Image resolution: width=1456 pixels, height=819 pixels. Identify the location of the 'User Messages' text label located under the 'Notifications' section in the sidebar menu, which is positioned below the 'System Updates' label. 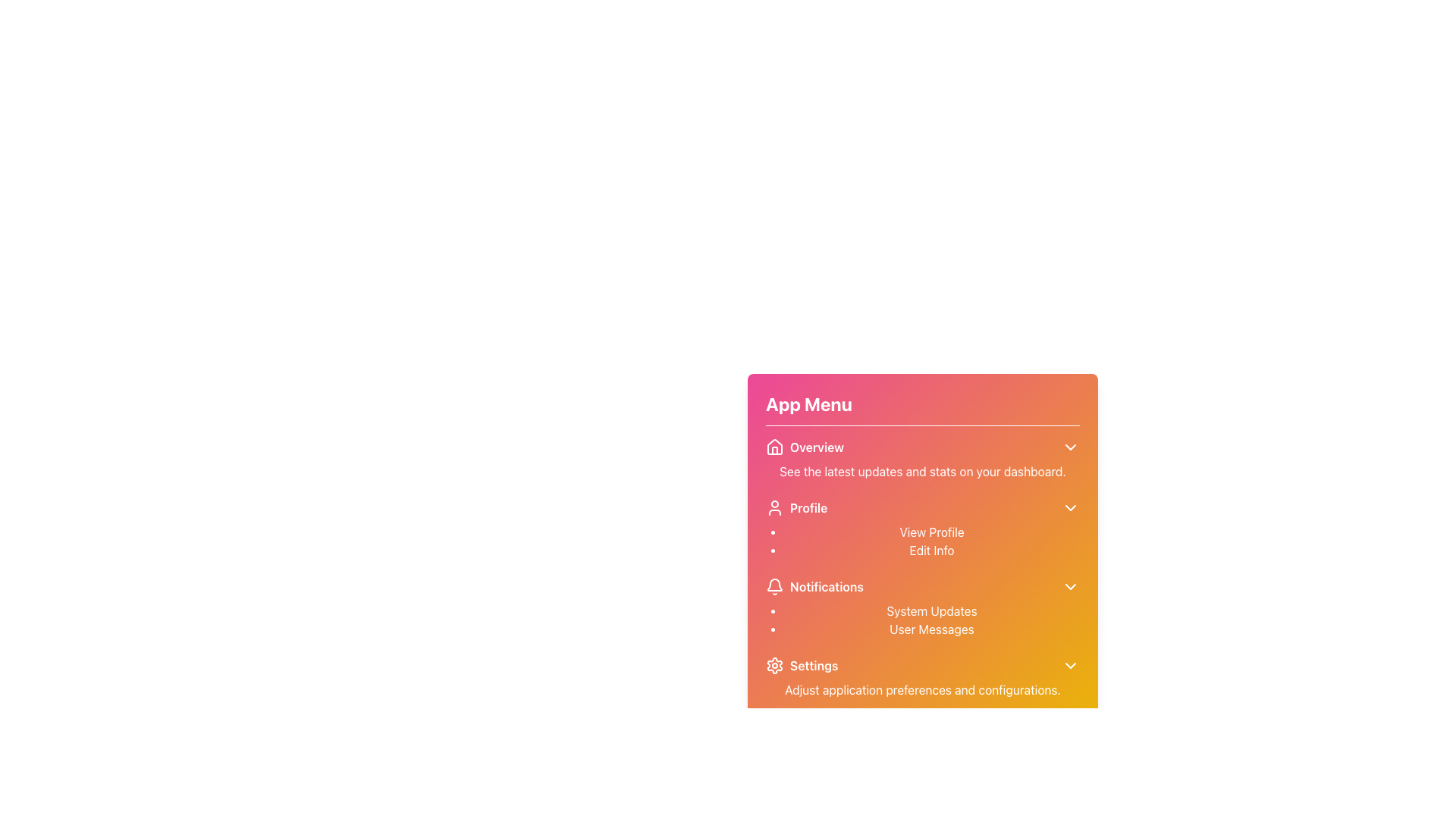
(930, 629).